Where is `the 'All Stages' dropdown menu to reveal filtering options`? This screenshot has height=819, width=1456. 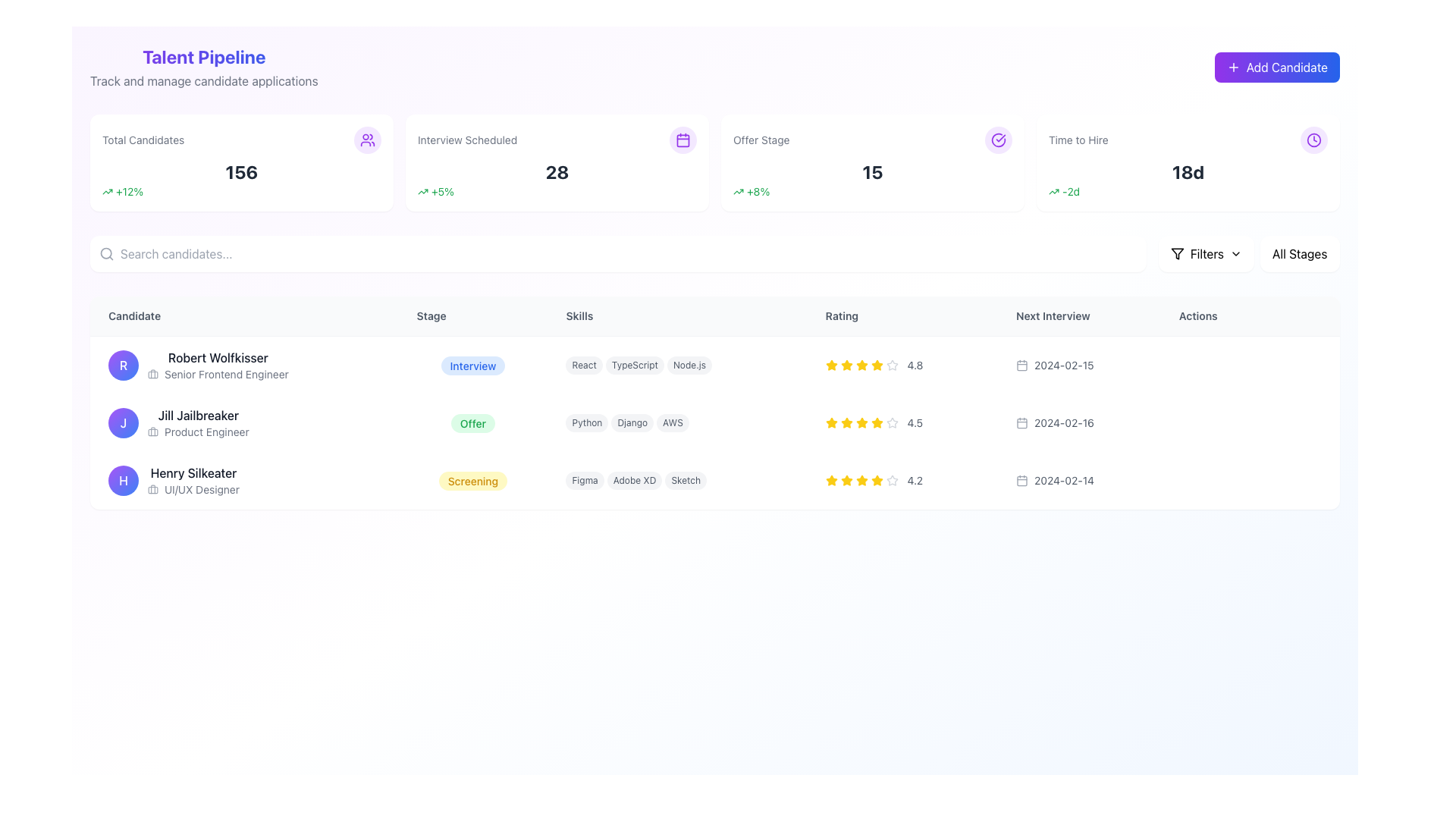 the 'All Stages' dropdown menu to reveal filtering options is located at coordinates (1299, 253).